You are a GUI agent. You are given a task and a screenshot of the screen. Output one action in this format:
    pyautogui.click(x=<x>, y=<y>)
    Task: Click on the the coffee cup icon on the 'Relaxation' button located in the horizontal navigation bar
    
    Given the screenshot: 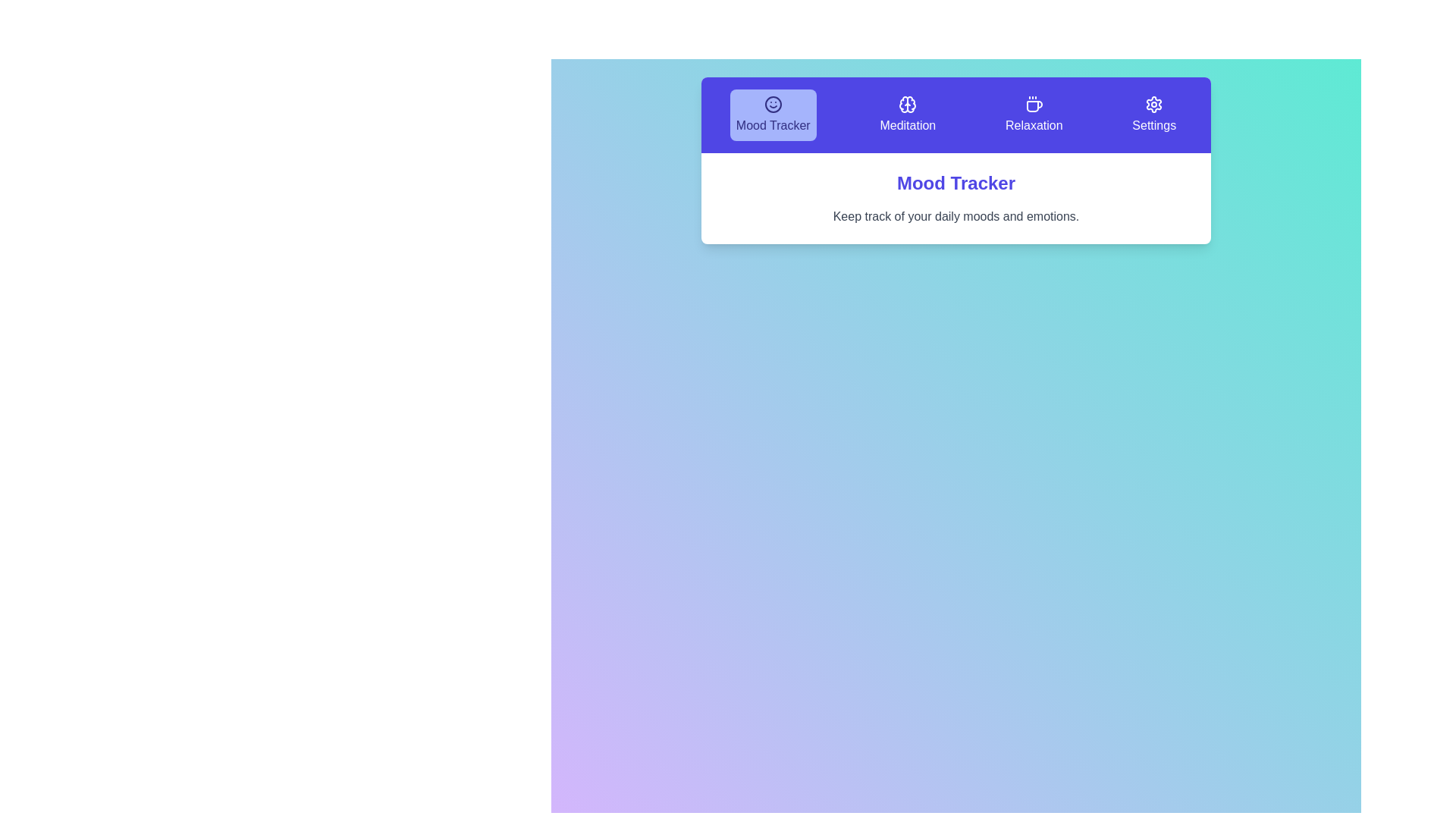 What is the action you would take?
    pyautogui.click(x=1033, y=104)
    